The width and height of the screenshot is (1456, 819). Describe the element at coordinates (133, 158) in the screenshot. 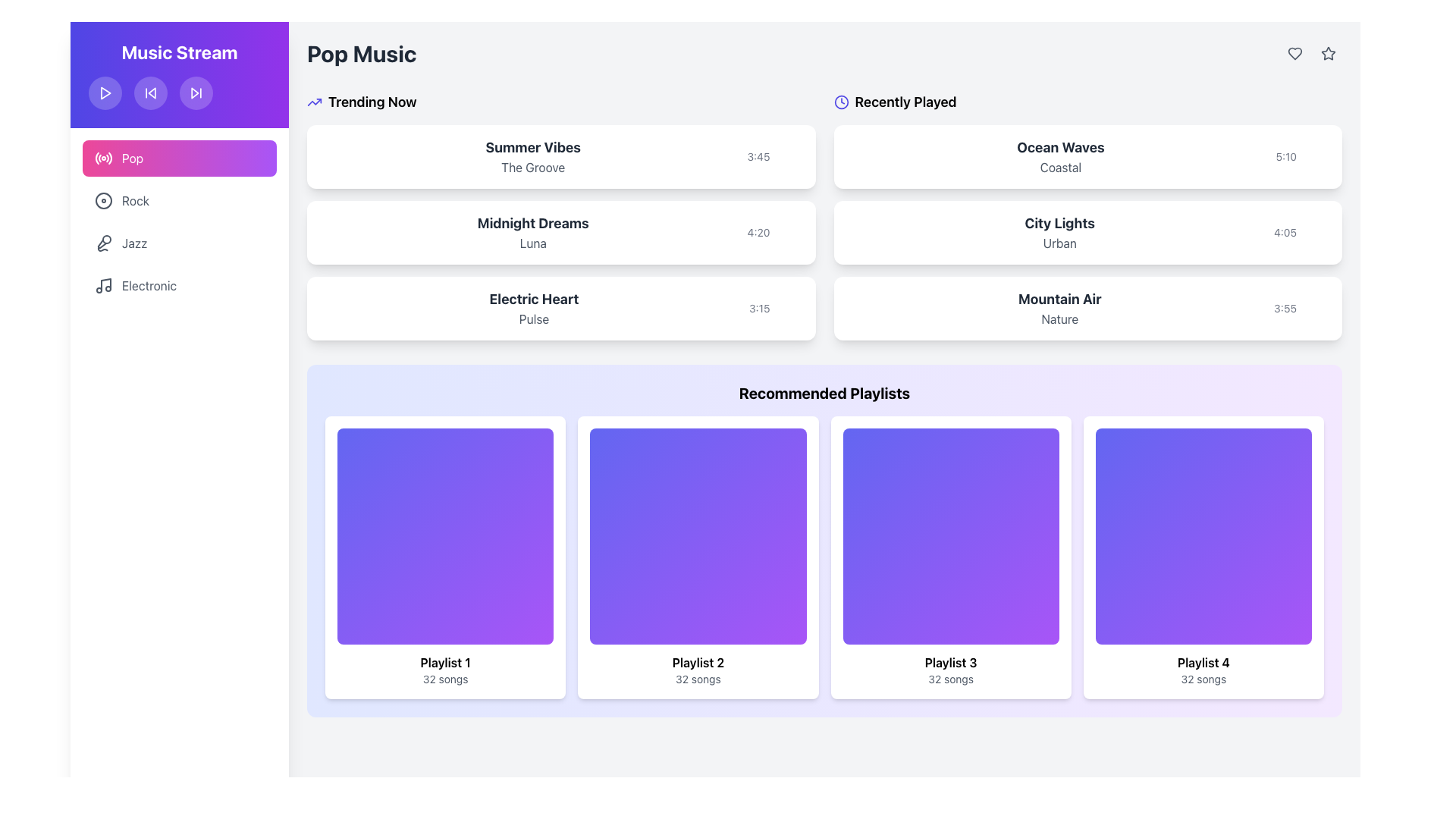

I see `label indicating the selected music genre, 'Pop', located in the left sidebar of the interface, which is part of a vertical navigation menu` at that location.